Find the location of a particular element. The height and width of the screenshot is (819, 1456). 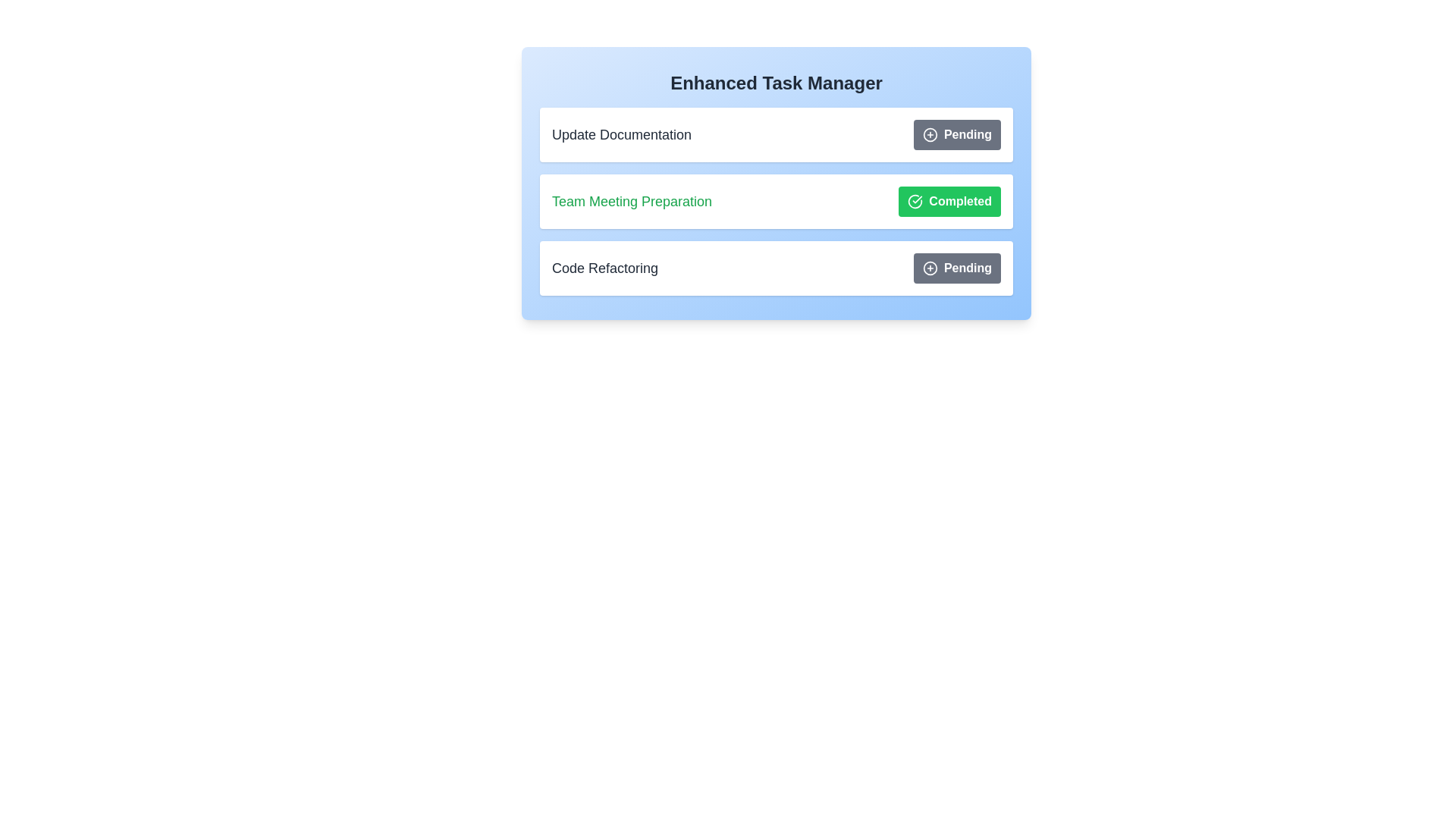

the button corresponding to the task Team Meeting Preparation is located at coordinates (949, 201).